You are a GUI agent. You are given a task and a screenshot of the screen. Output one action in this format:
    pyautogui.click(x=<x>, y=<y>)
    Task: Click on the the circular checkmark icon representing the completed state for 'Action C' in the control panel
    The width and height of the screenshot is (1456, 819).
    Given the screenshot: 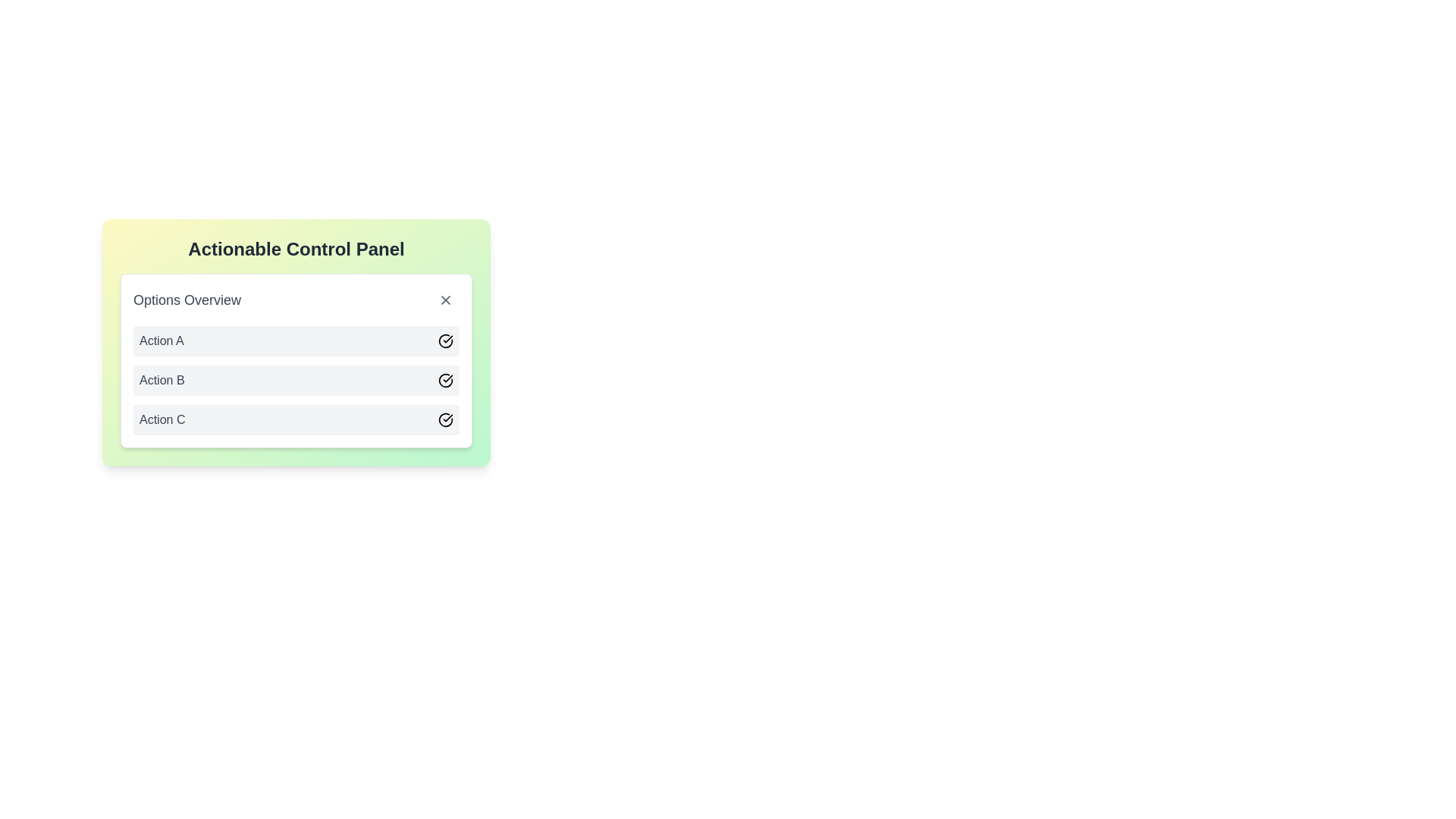 What is the action you would take?
    pyautogui.click(x=445, y=420)
    